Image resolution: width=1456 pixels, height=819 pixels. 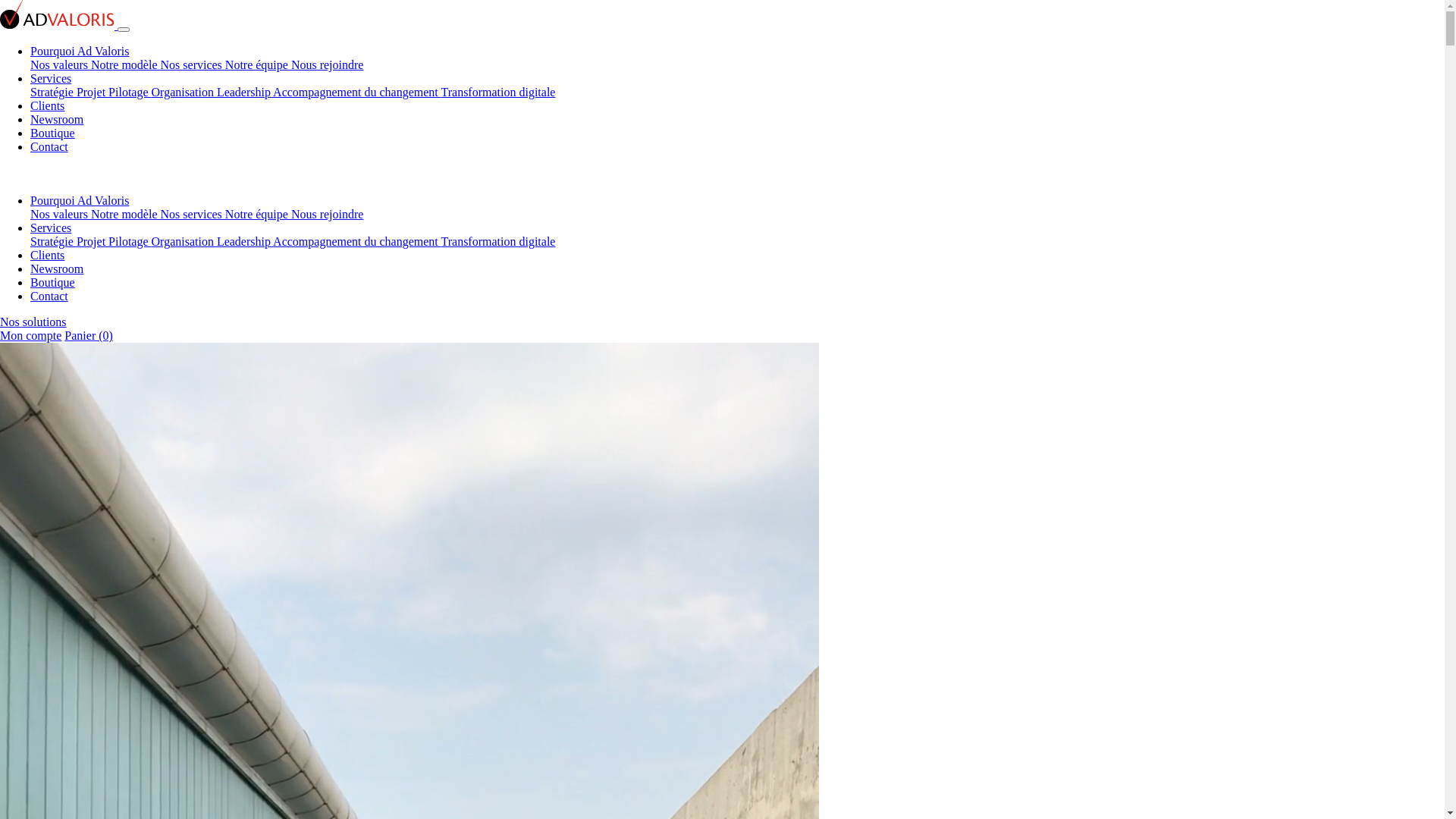 I want to click on 'Nos valeurs', so click(x=61, y=214).